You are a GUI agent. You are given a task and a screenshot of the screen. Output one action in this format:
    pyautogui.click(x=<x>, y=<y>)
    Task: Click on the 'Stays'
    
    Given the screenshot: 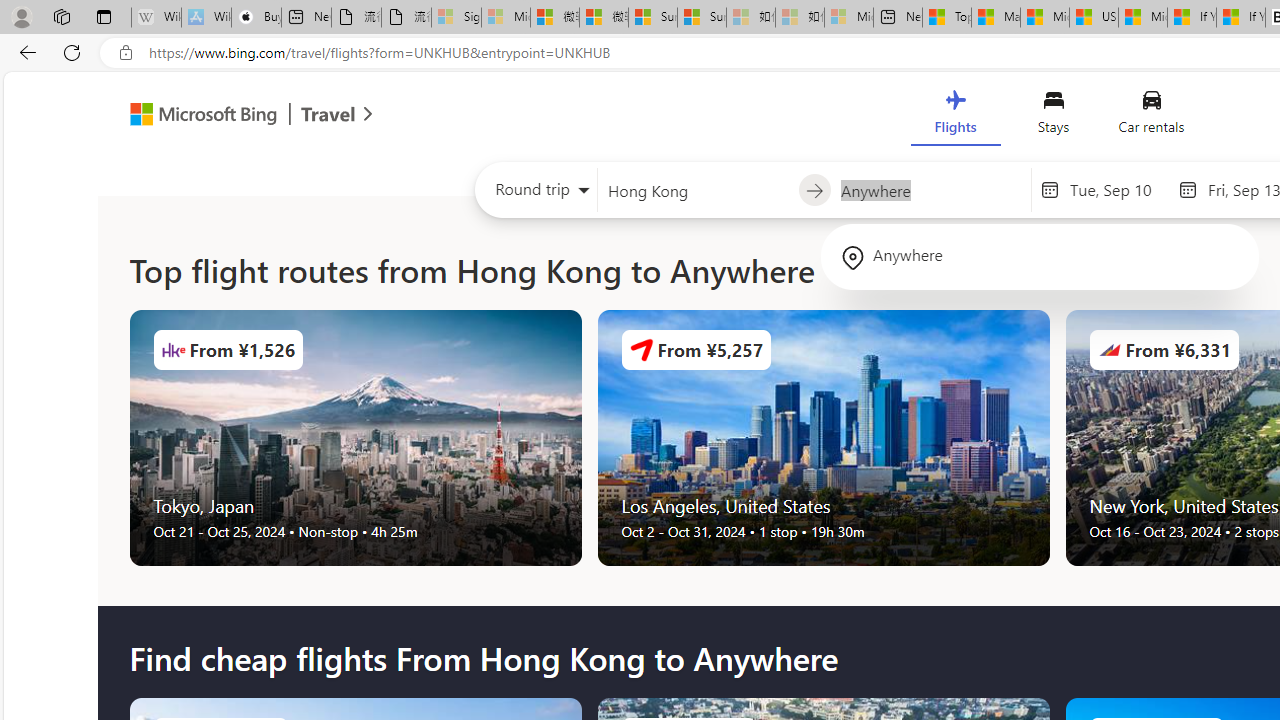 What is the action you would take?
    pyautogui.click(x=1053, y=117)
    